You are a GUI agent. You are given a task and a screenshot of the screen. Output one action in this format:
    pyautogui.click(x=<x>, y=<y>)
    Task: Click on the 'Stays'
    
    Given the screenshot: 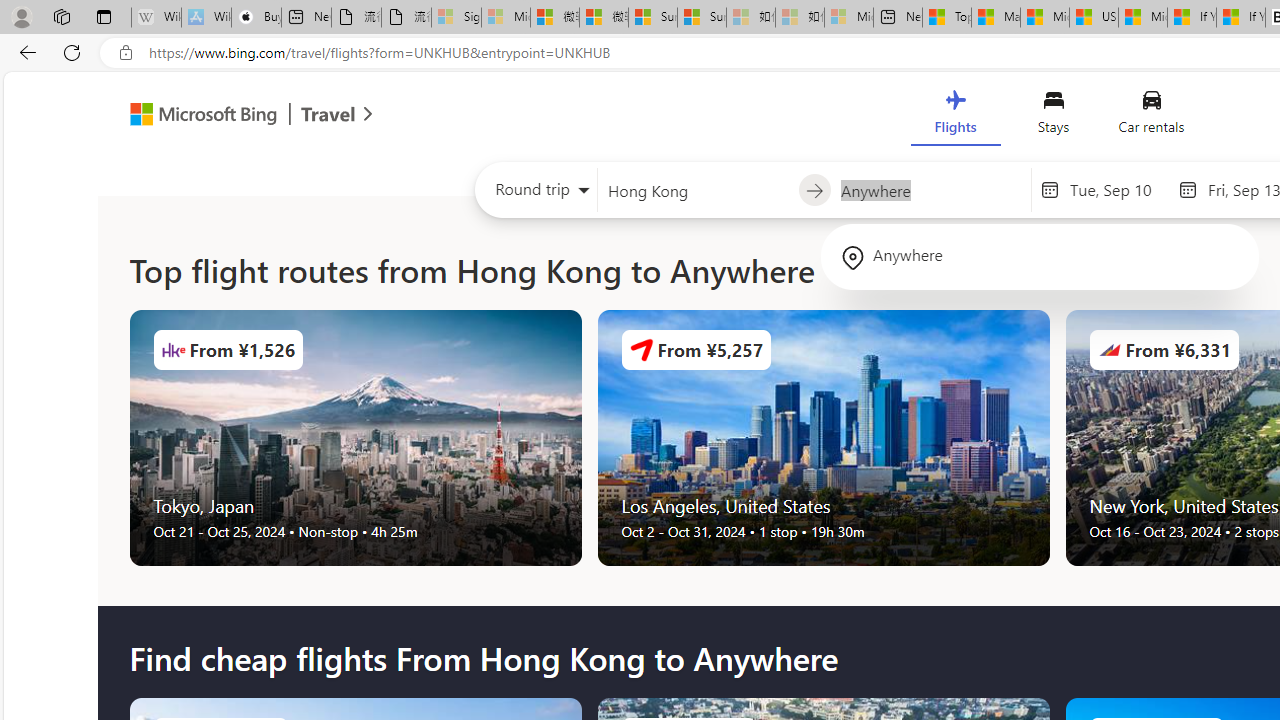 What is the action you would take?
    pyautogui.click(x=1053, y=117)
    